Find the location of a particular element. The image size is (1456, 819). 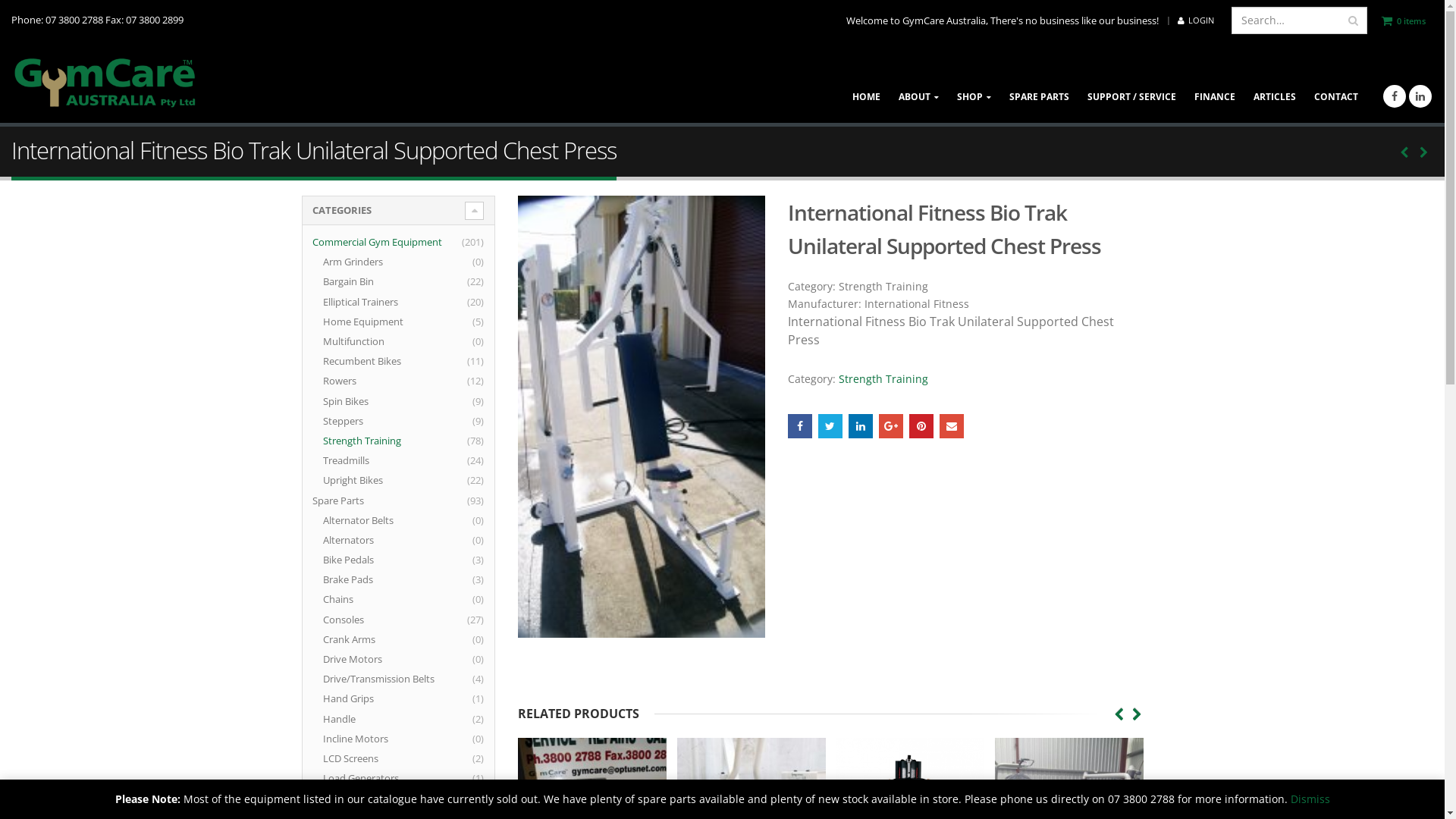

'Recumbent Bikes' is located at coordinates (371, 360).